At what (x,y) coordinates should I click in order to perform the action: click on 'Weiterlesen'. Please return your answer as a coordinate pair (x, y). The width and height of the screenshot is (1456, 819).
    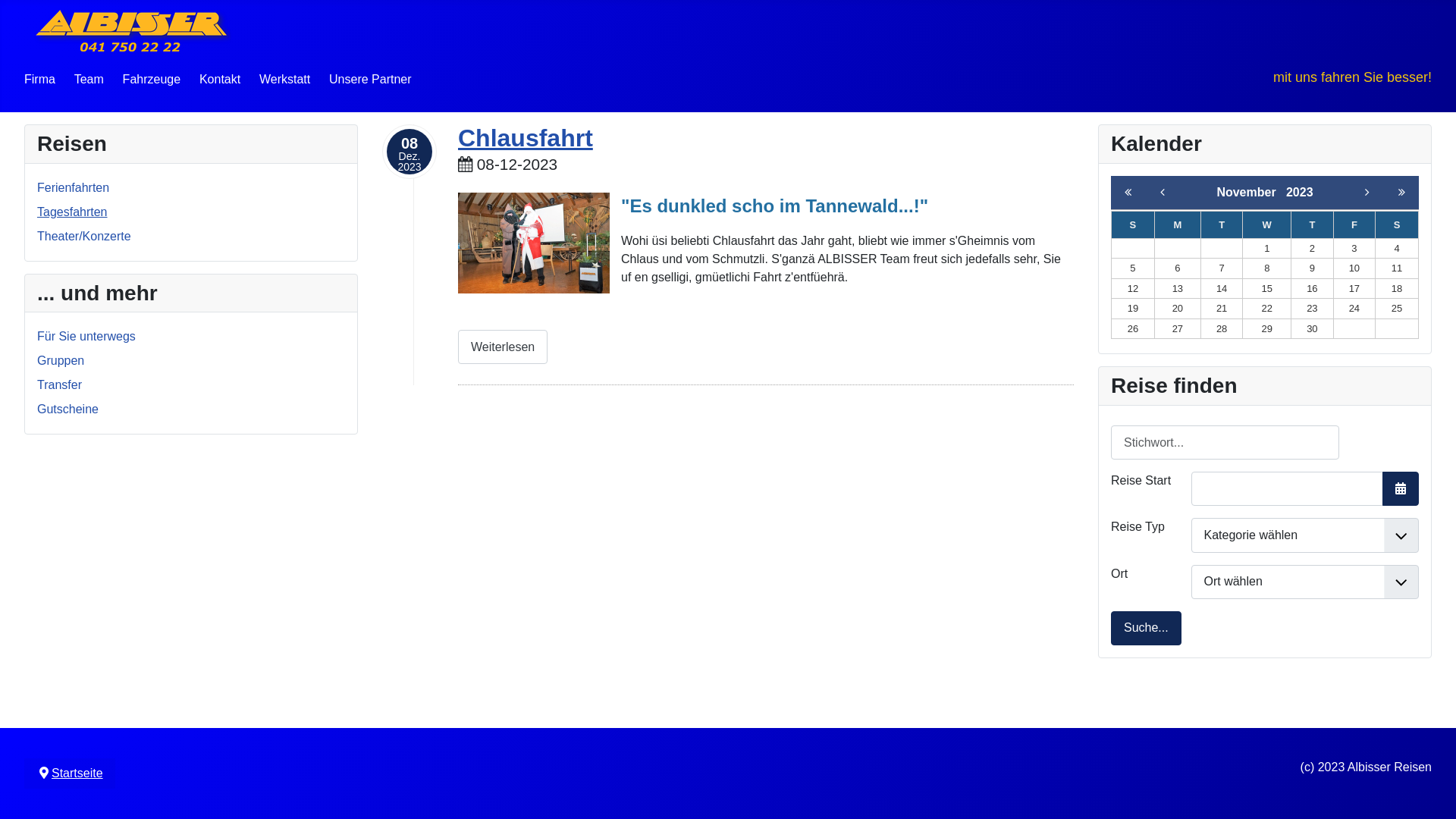
    Looking at the image, I should click on (502, 347).